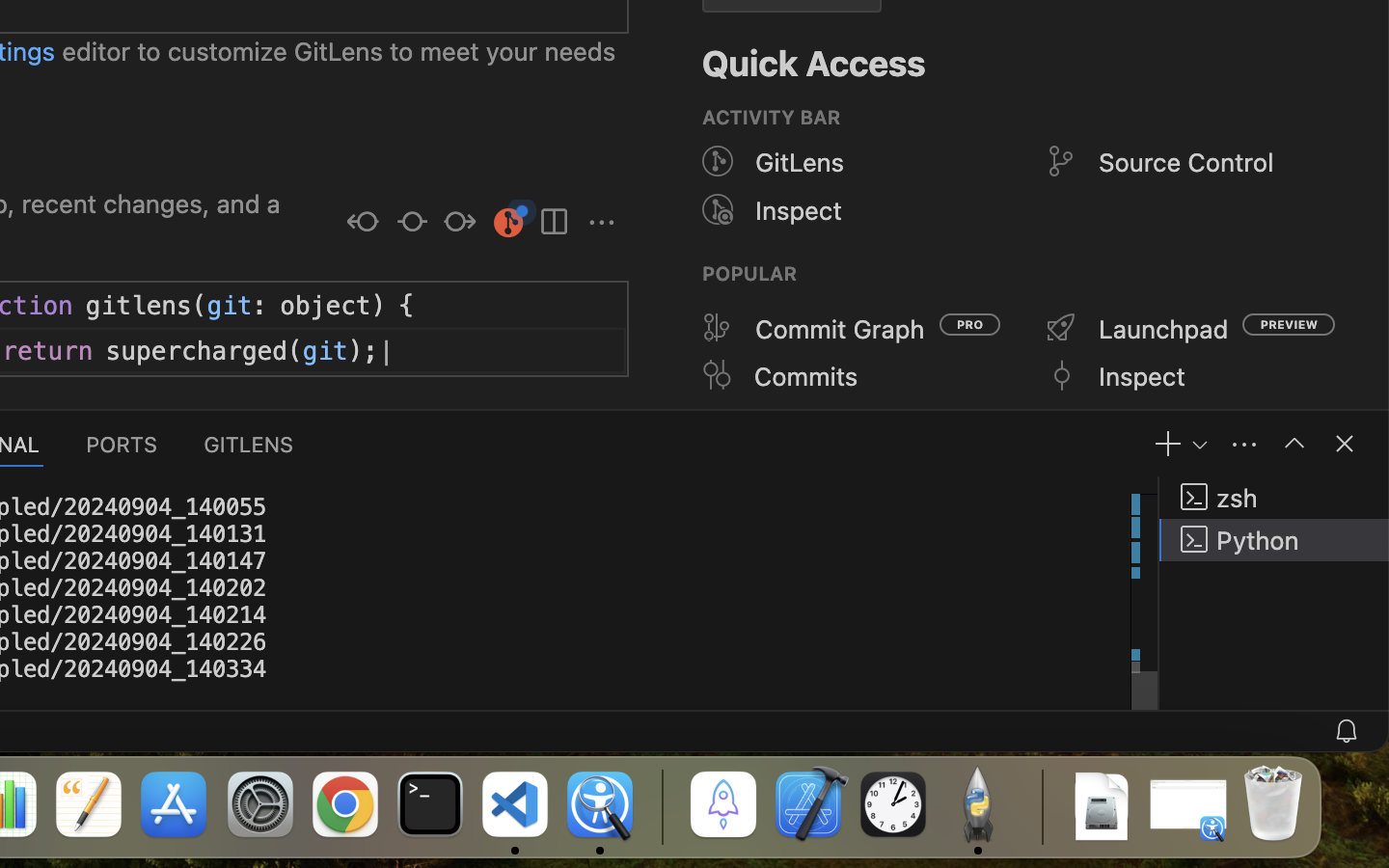 This screenshot has height=868, width=1389. Describe the element at coordinates (411, 223) in the screenshot. I see `''` at that location.